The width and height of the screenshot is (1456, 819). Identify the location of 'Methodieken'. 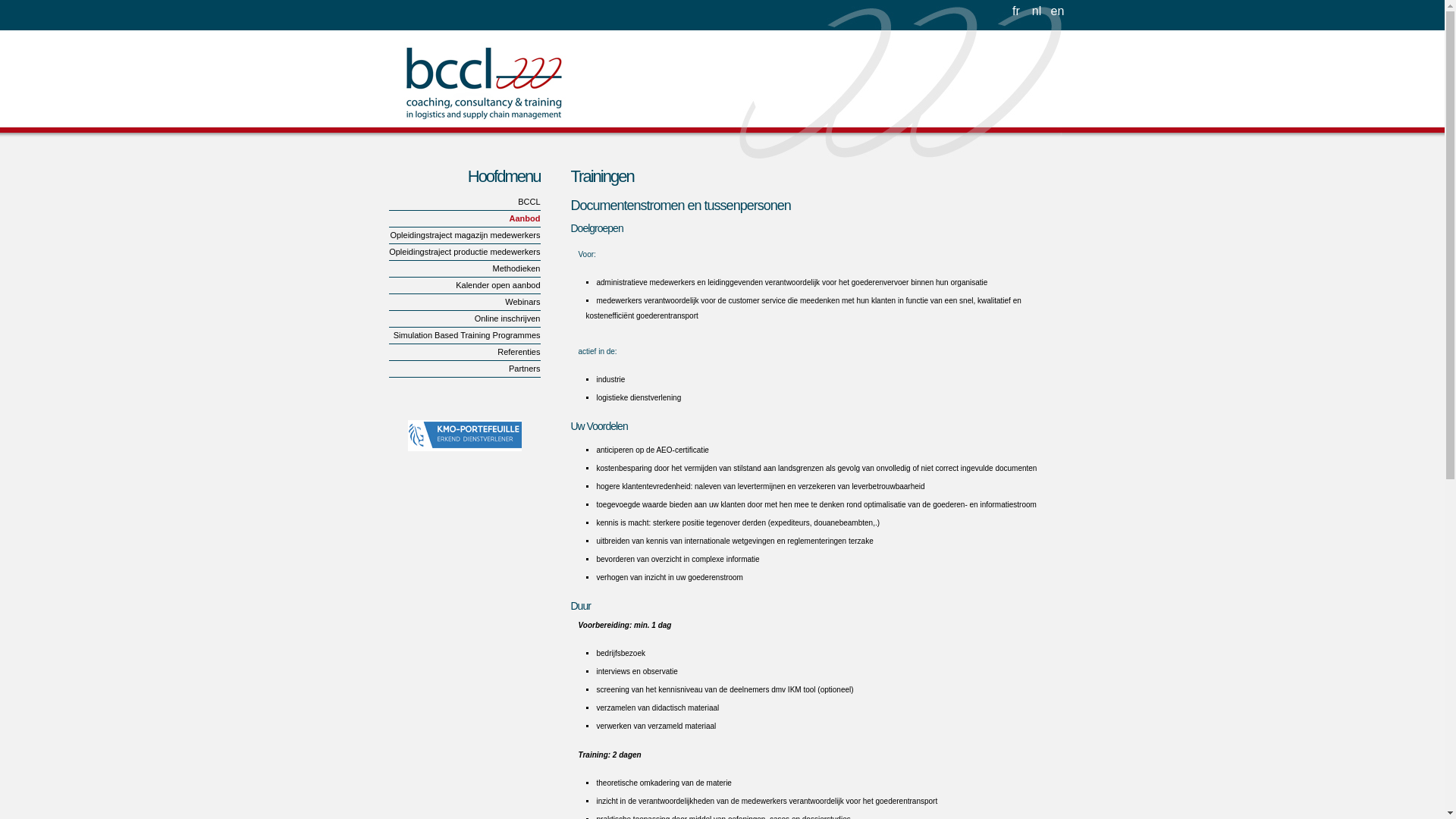
(463, 268).